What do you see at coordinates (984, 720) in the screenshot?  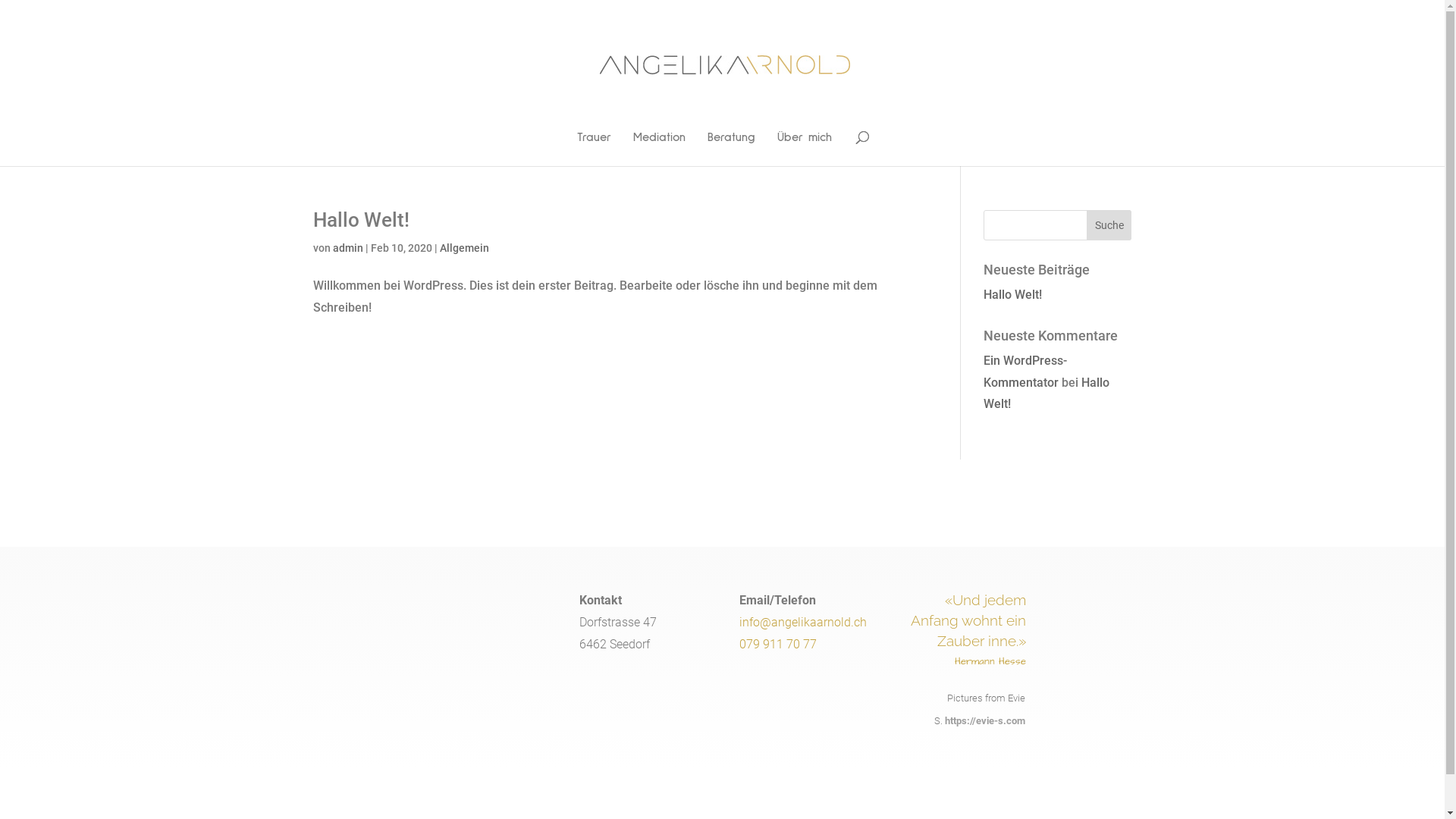 I see `' https://evie-s.com'` at bounding box center [984, 720].